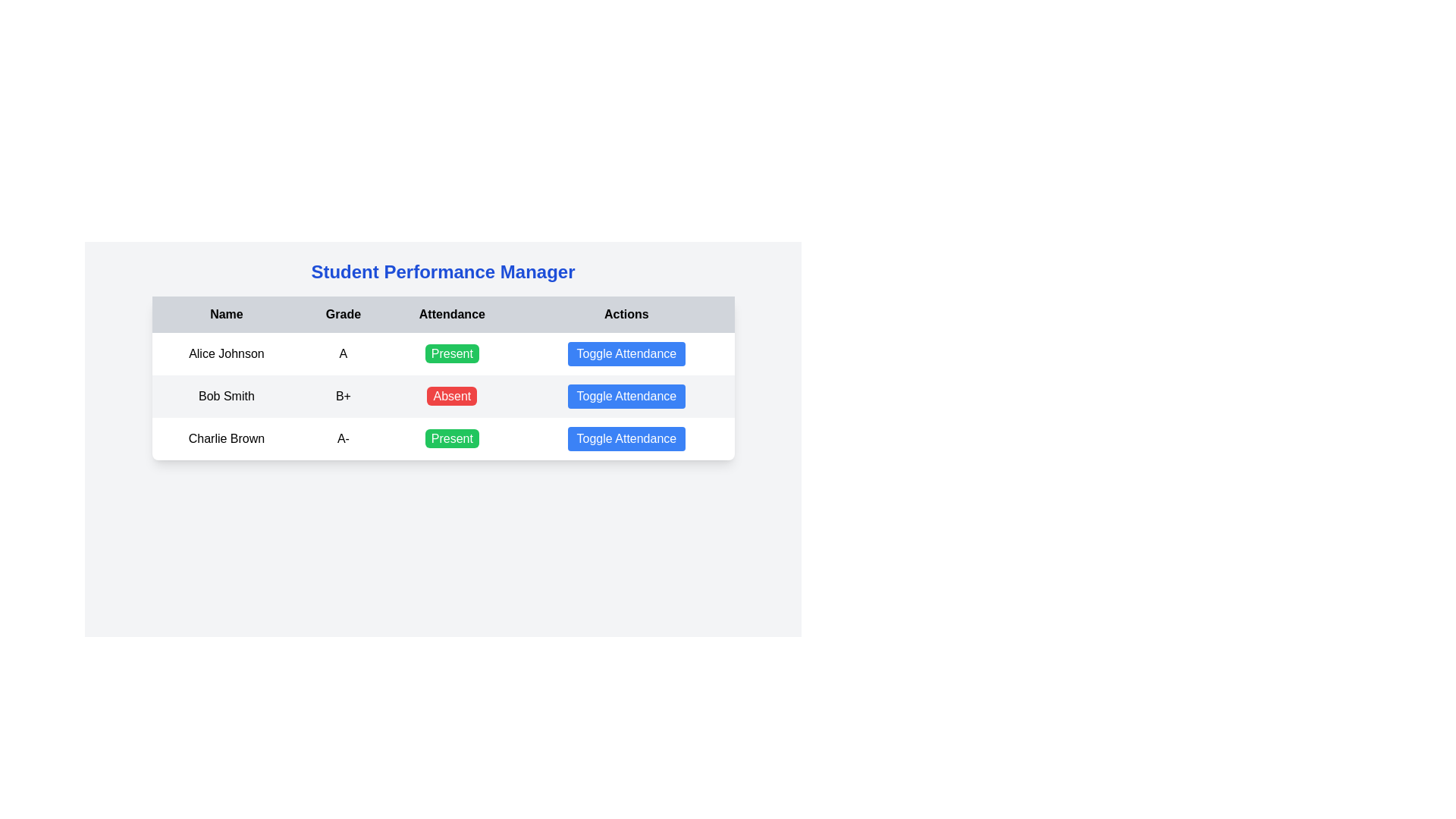 The width and height of the screenshot is (1456, 819). Describe the element at coordinates (626, 396) in the screenshot. I see `the rectangular button with blue background and white text reading 'Toggle Attendance' located in the Actions column of the second row for user 'Bob Smith'` at that location.